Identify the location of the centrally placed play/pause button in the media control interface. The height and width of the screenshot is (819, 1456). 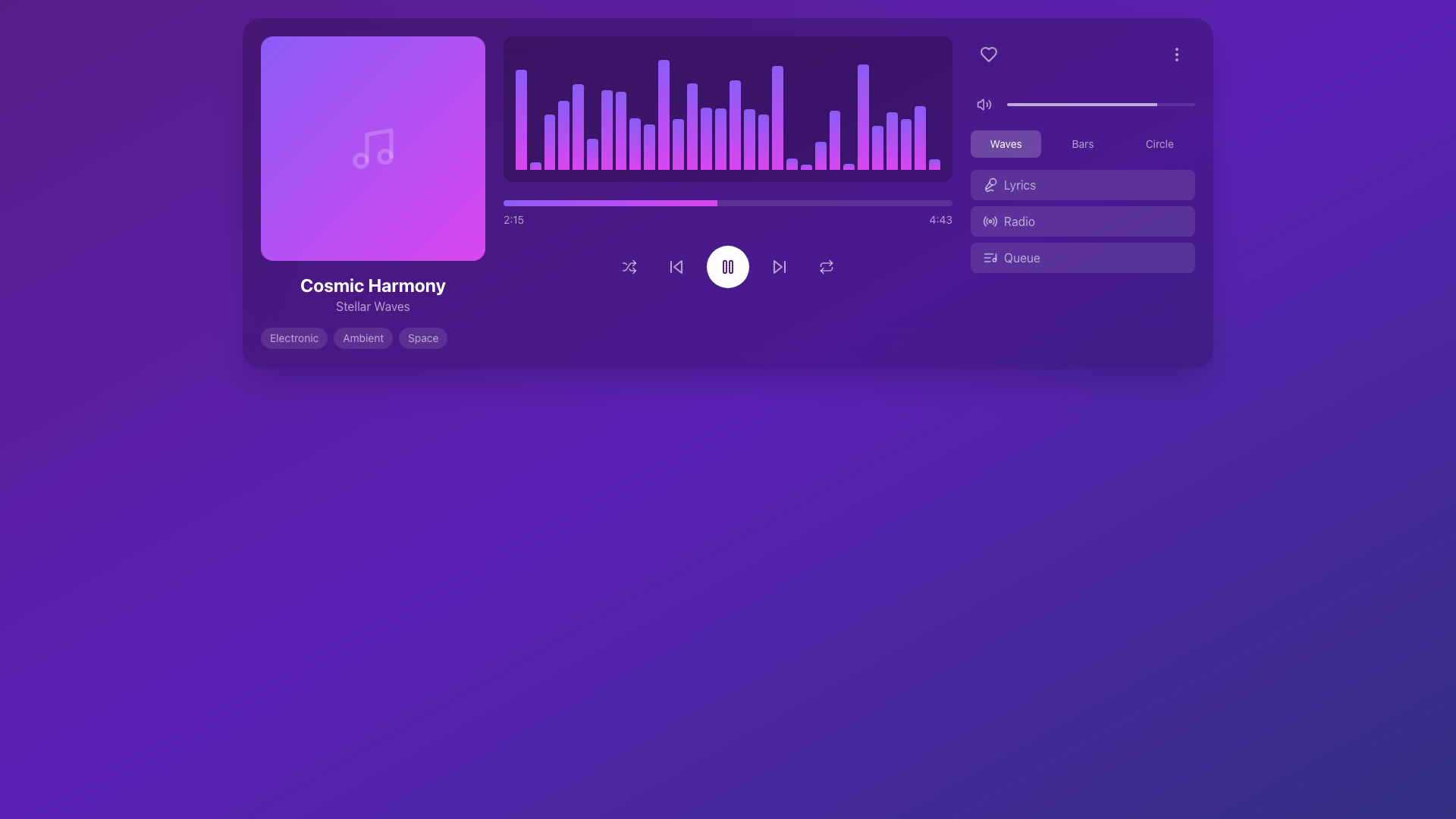
(728, 265).